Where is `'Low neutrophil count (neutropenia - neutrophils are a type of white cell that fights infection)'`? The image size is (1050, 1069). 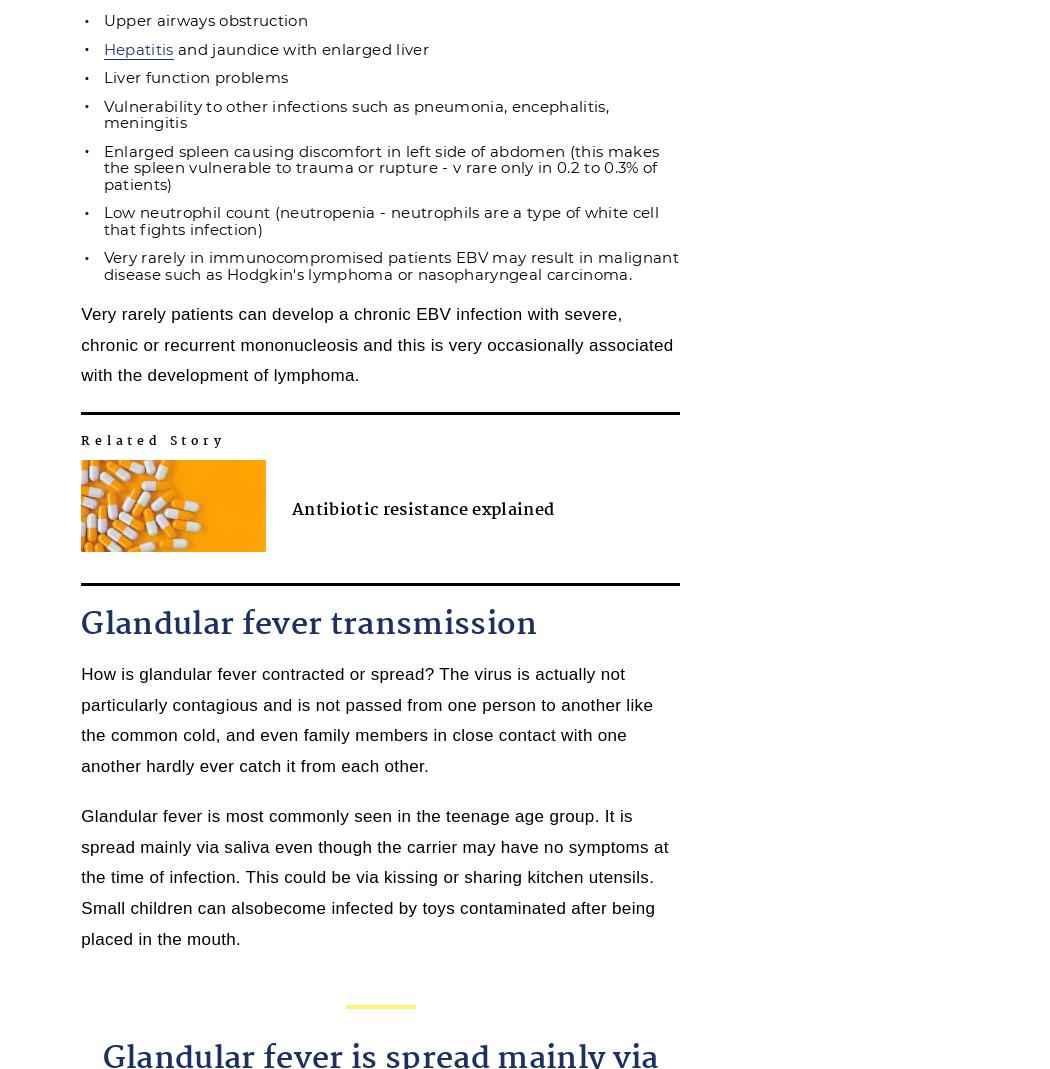 'Low neutrophil count (neutropenia - neutrophils are a type of white cell that fights infection)' is located at coordinates (381, 219).